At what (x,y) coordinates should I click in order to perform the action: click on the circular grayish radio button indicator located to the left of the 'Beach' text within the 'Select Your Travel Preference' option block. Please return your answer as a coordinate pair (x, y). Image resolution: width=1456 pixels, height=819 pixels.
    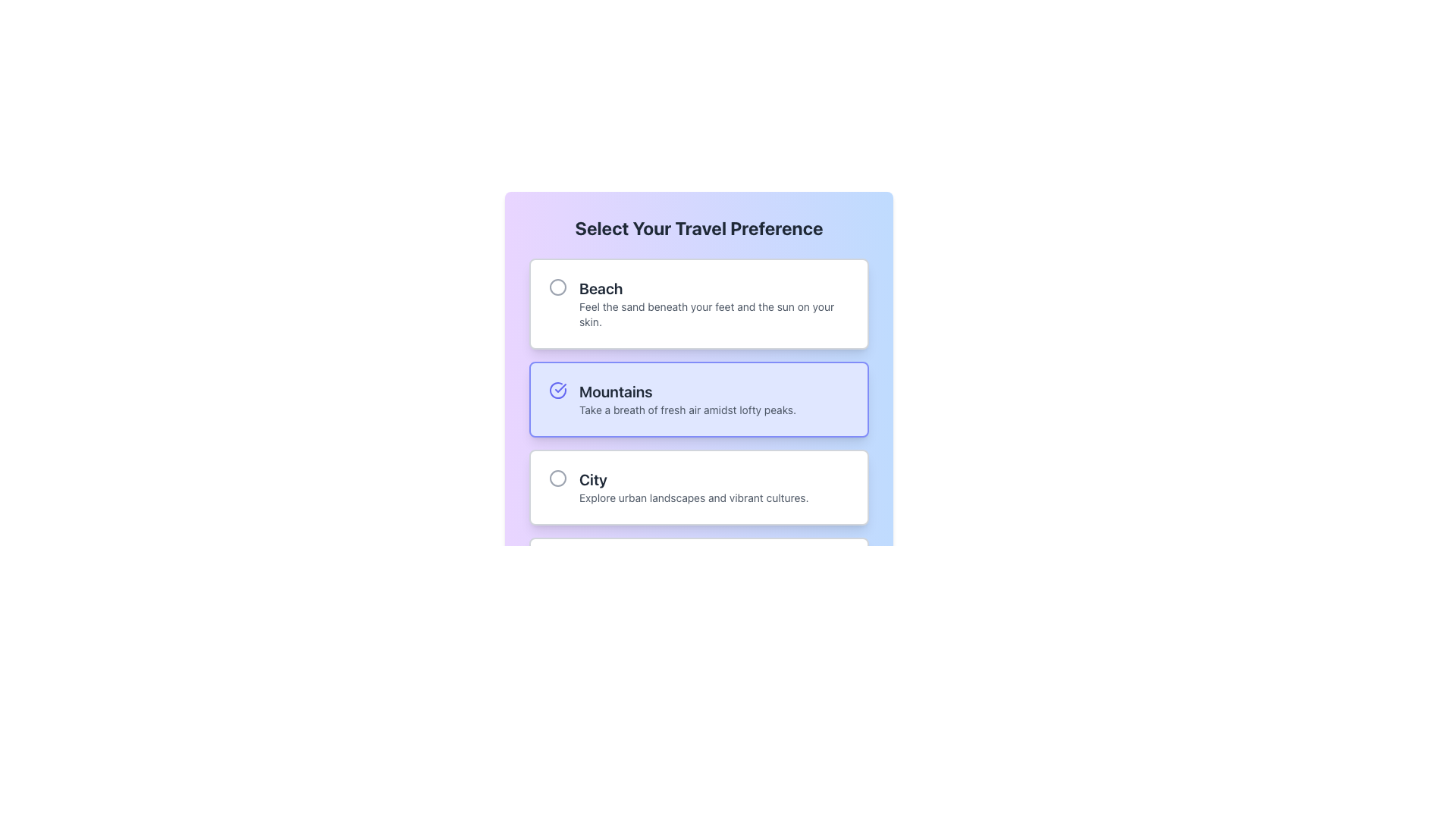
    Looking at the image, I should click on (557, 287).